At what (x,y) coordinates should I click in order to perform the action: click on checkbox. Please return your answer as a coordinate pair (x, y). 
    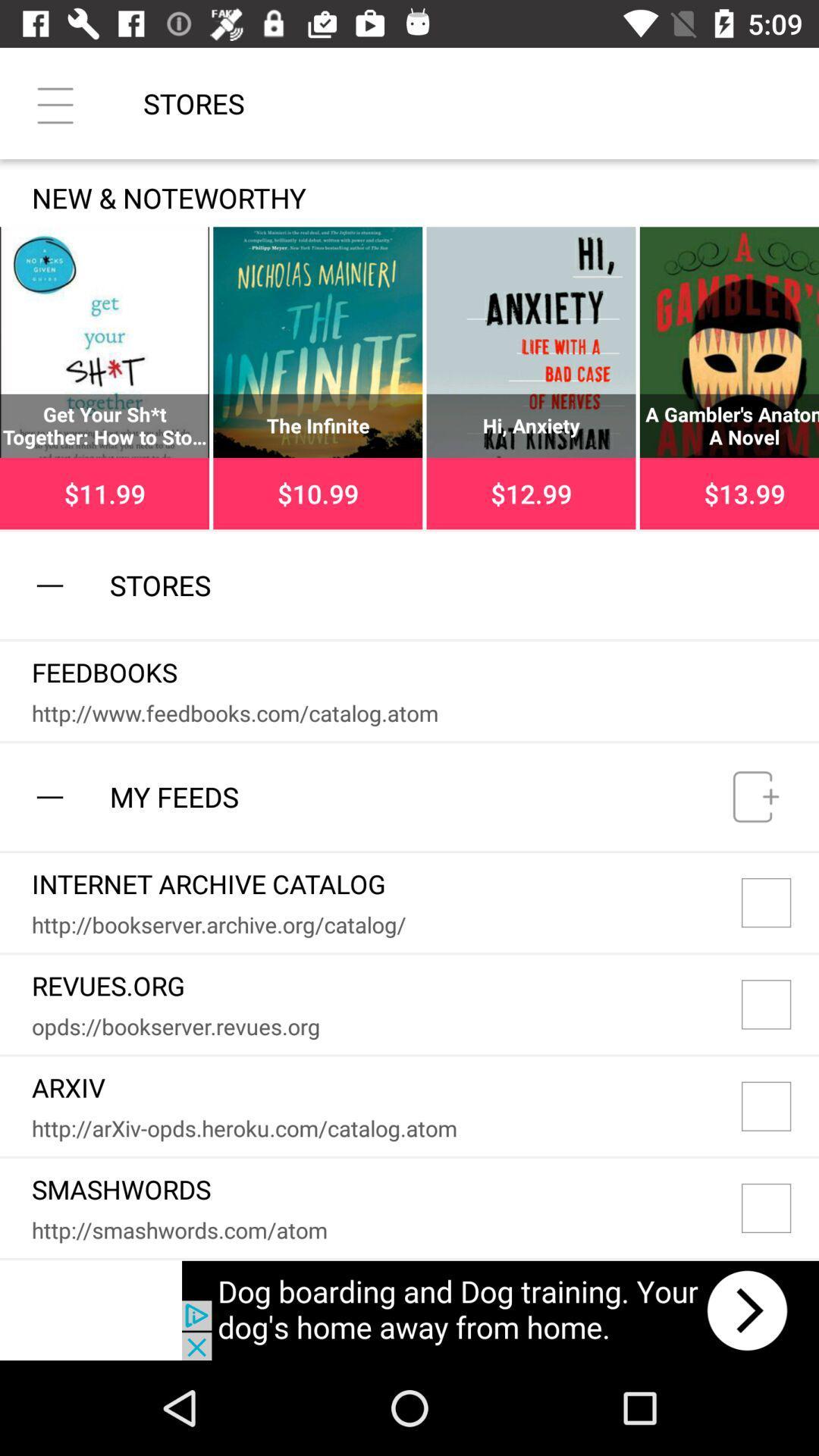
    Looking at the image, I should click on (780, 1004).